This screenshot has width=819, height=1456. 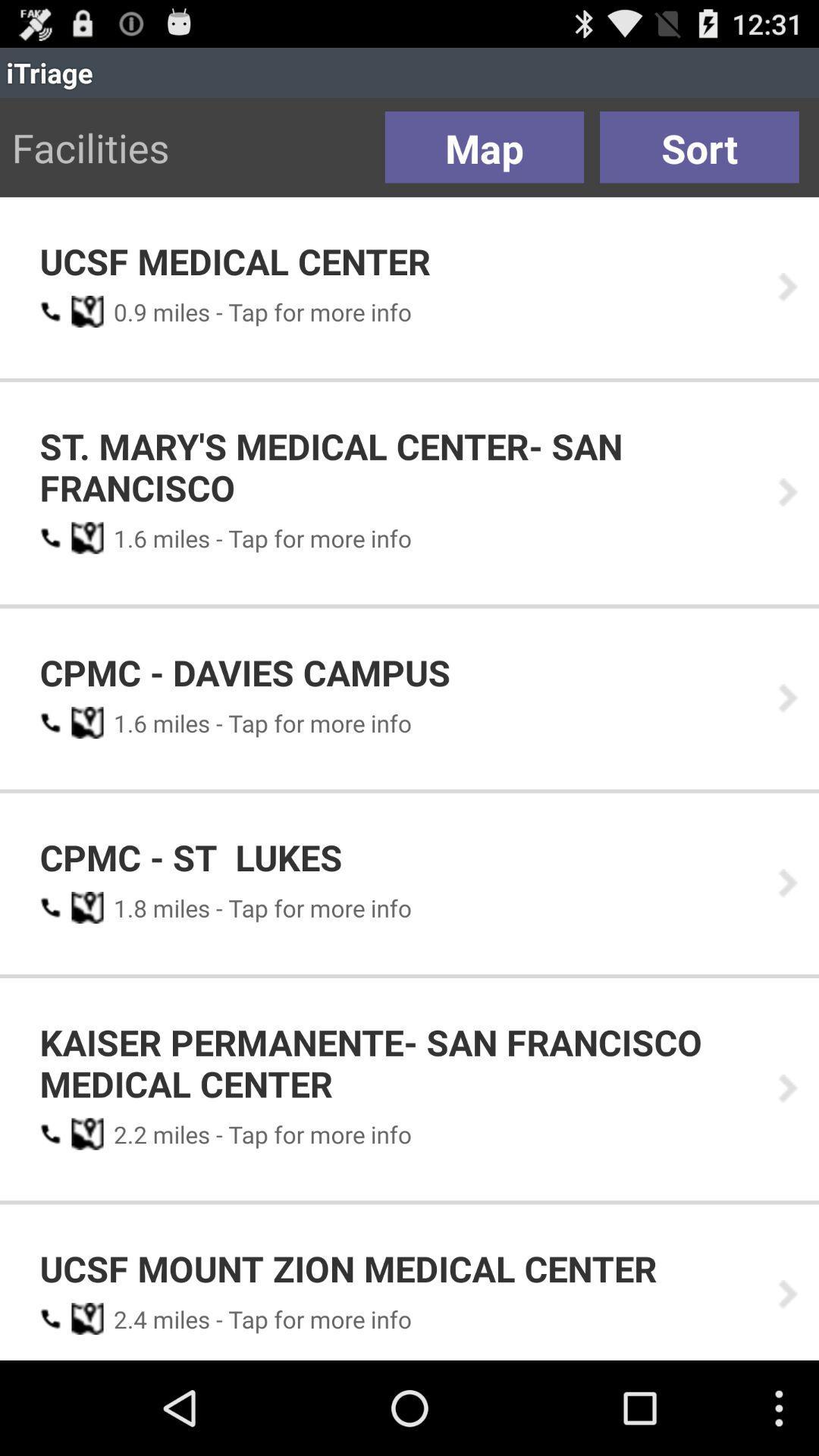 I want to click on the sort item, so click(x=699, y=147).